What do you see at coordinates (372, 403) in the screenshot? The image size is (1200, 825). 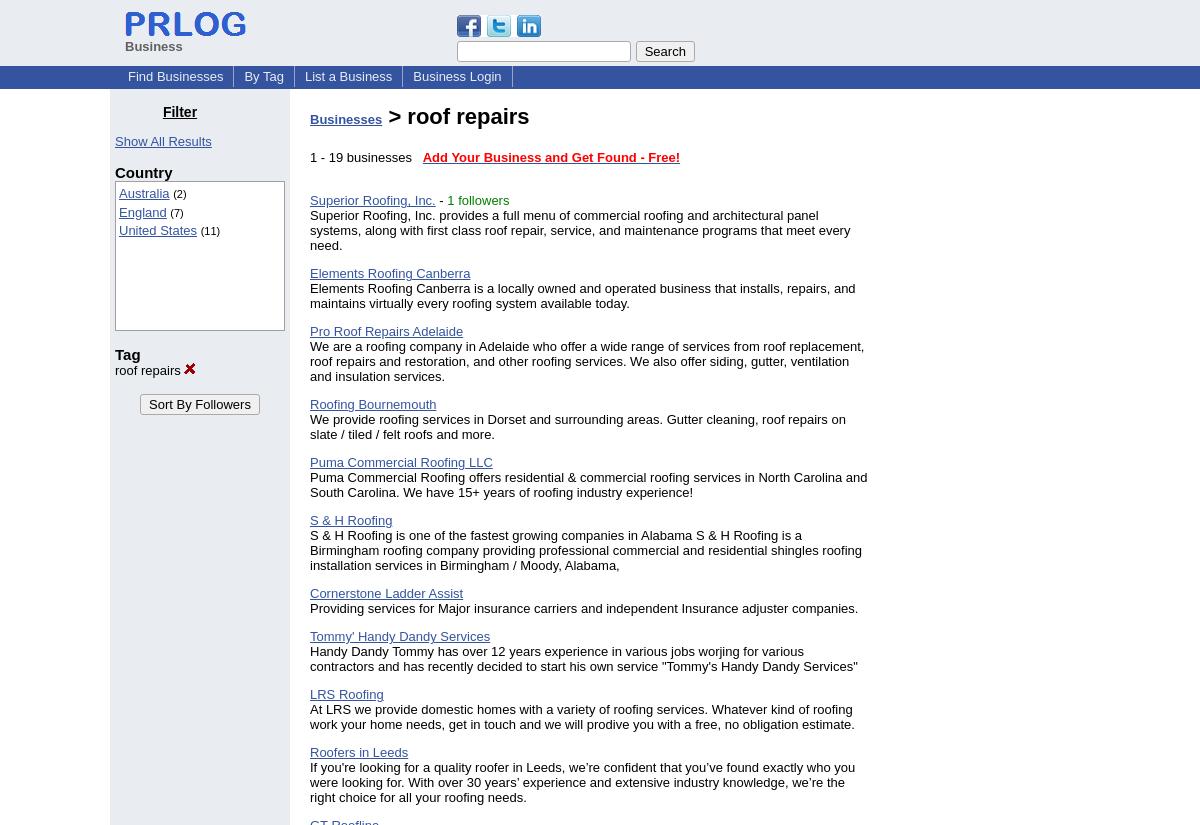 I see `'Roofing Bournemouth'` at bounding box center [372, 403].